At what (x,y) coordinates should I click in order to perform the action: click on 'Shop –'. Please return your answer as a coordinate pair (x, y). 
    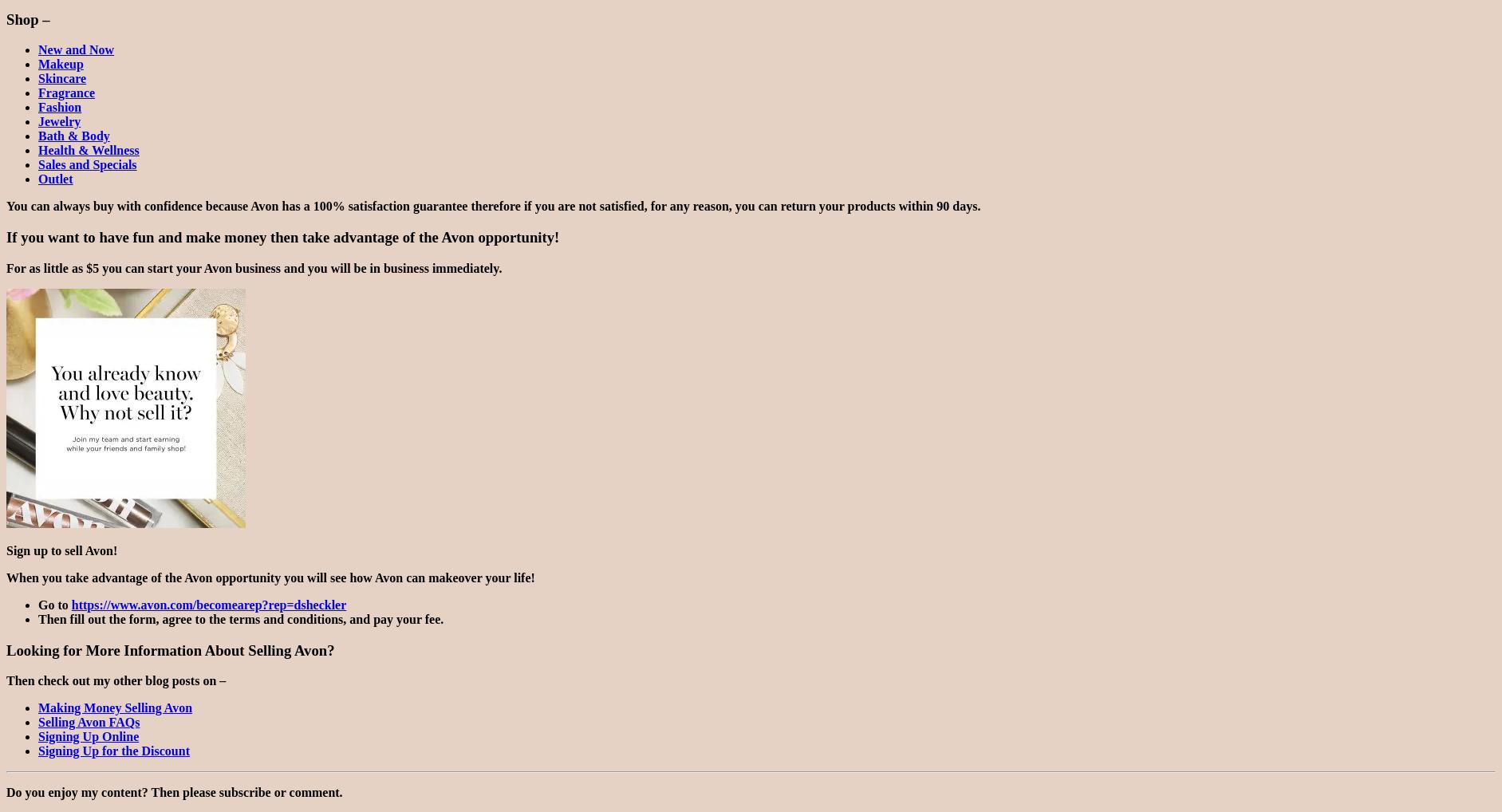
    Looking at the image, I should click on (27, 18).